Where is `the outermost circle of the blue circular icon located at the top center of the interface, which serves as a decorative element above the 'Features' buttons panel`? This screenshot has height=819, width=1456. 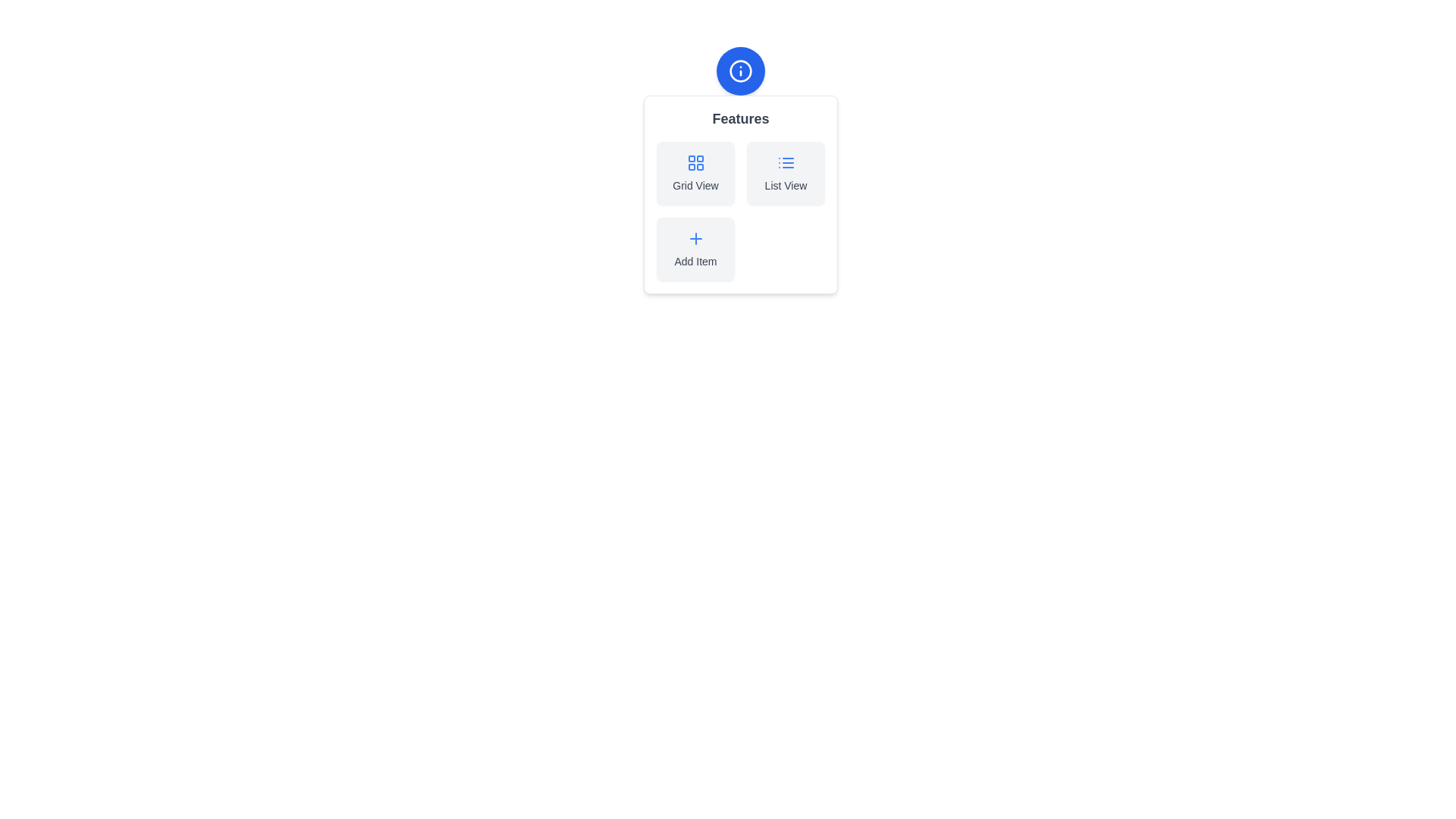 the outermost circle of the blue circular icon located at the top center of the interface, which serves as a decorative element above the 'Features' buttons panel is located at coordinates (741, 71).